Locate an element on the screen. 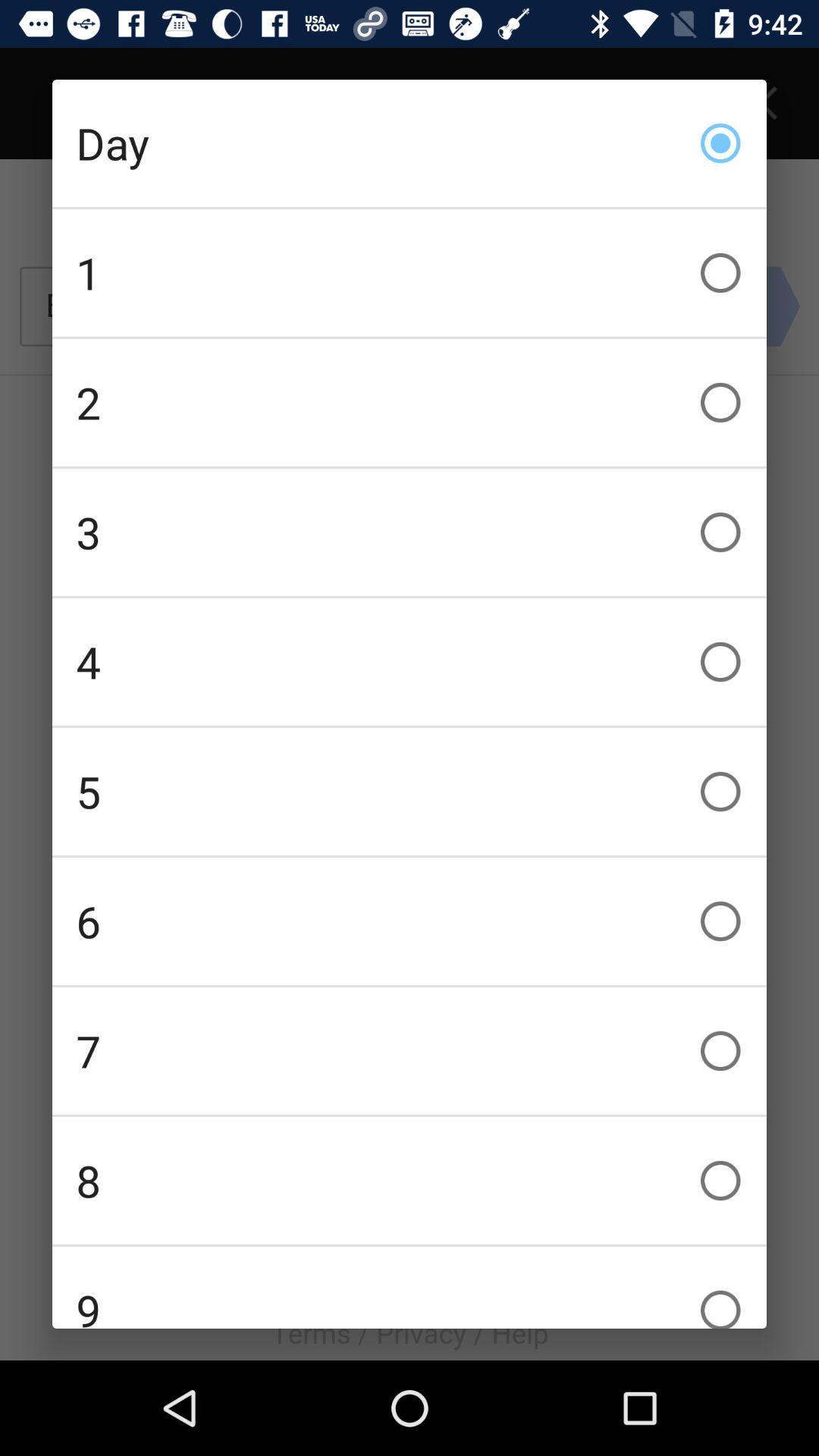  icon below the 6 icon is located at coordinates (409, 1050).